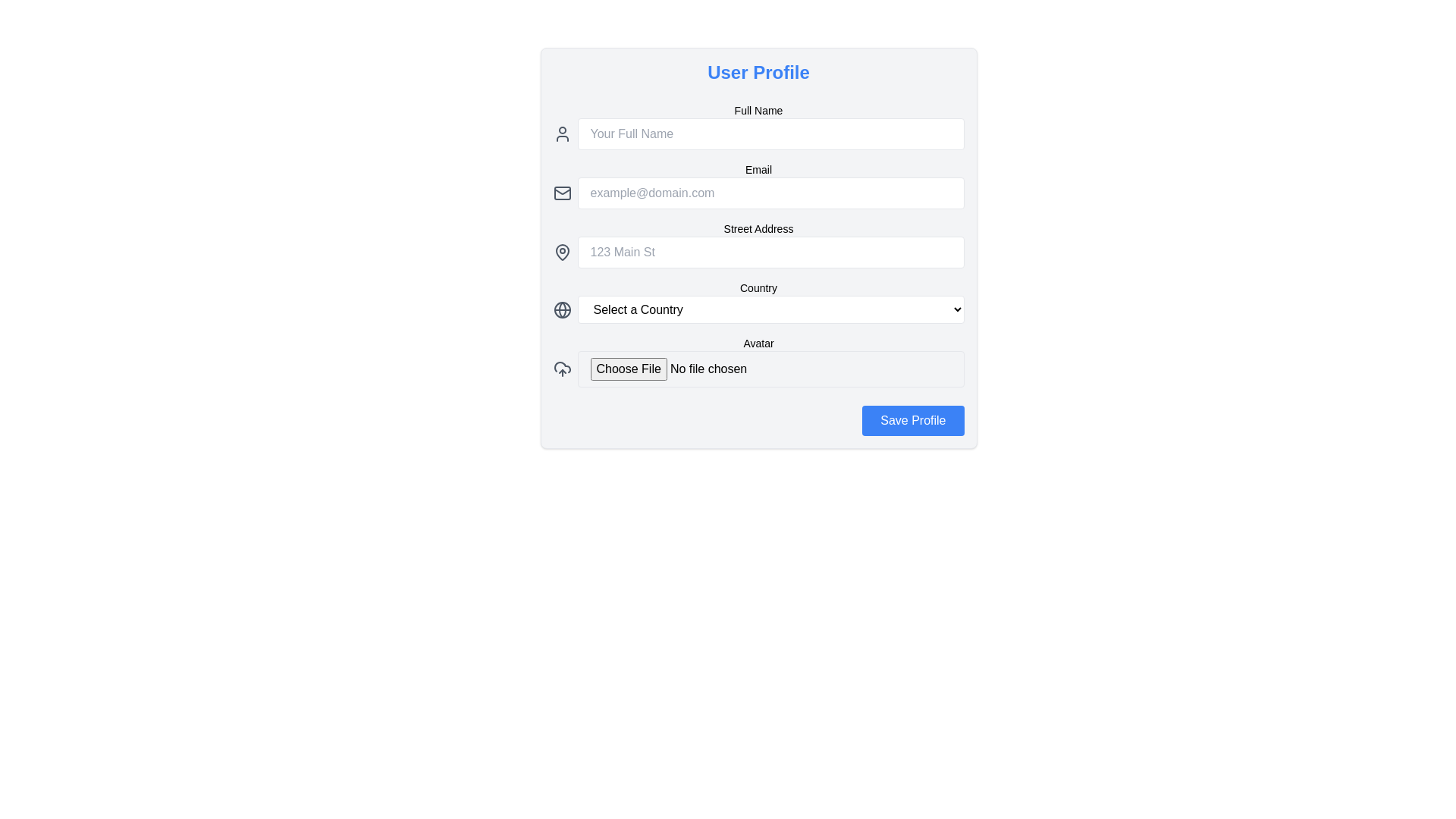  Describe the element at coordinates (561, 192) in the screenshot. I see `the mail icon, which is an outlined envelope located in the second row from the top, to the left of the 'Email' input field` at that location.